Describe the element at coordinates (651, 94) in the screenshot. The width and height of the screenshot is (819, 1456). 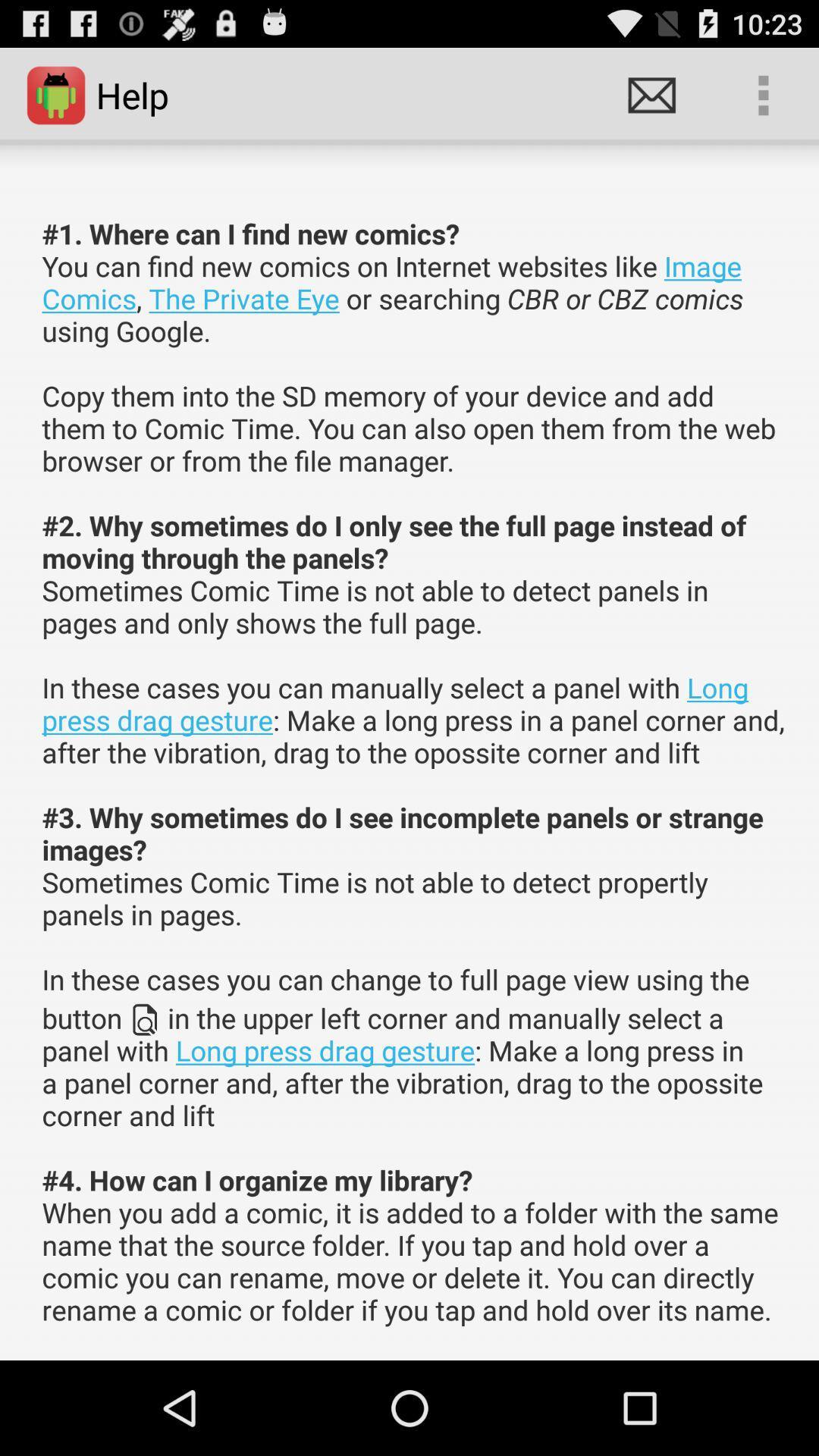
I see `the item above the 1 where can item` at that location.